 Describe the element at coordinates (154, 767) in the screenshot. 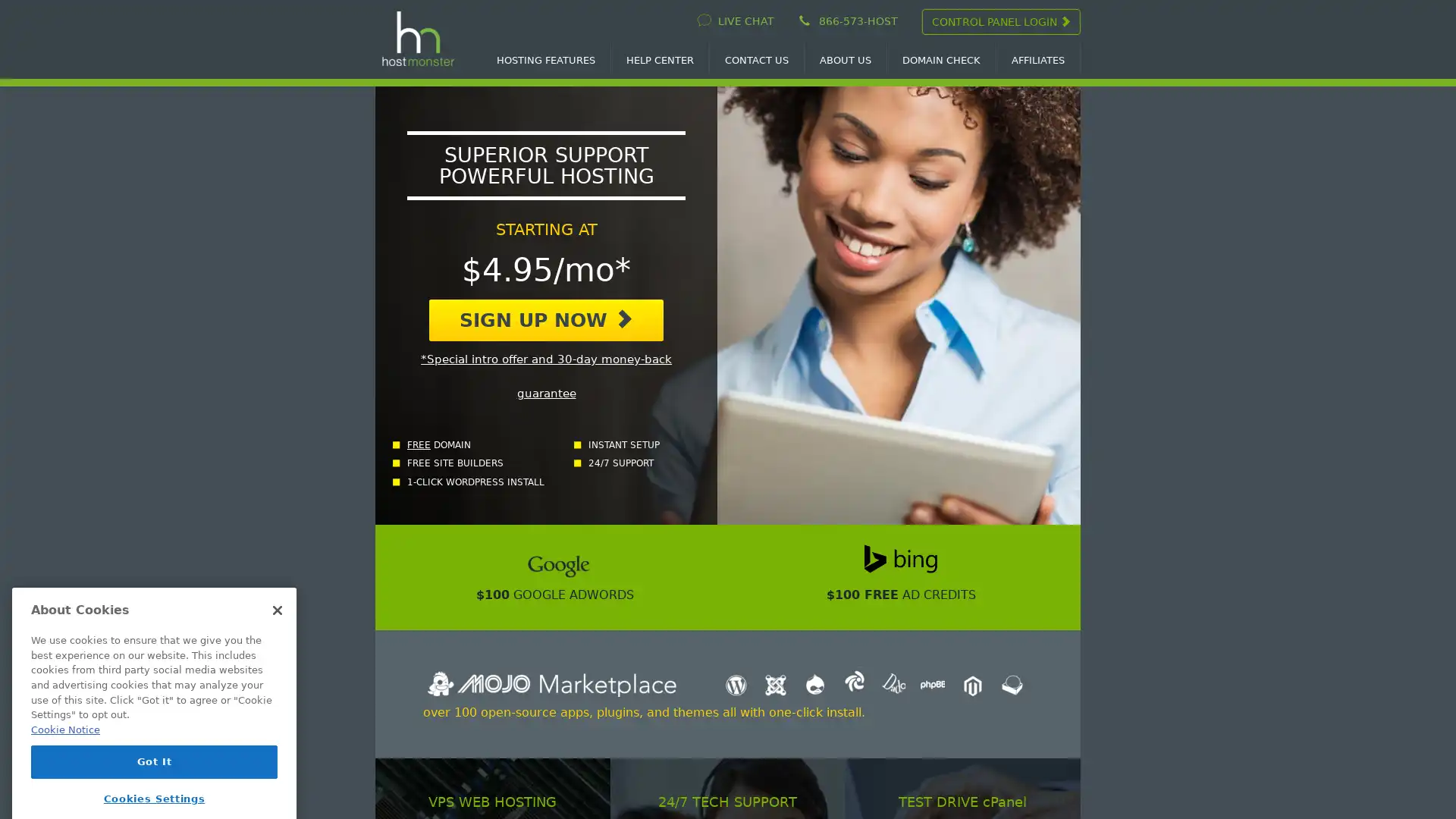

I see `Cookies Settings` at that location.